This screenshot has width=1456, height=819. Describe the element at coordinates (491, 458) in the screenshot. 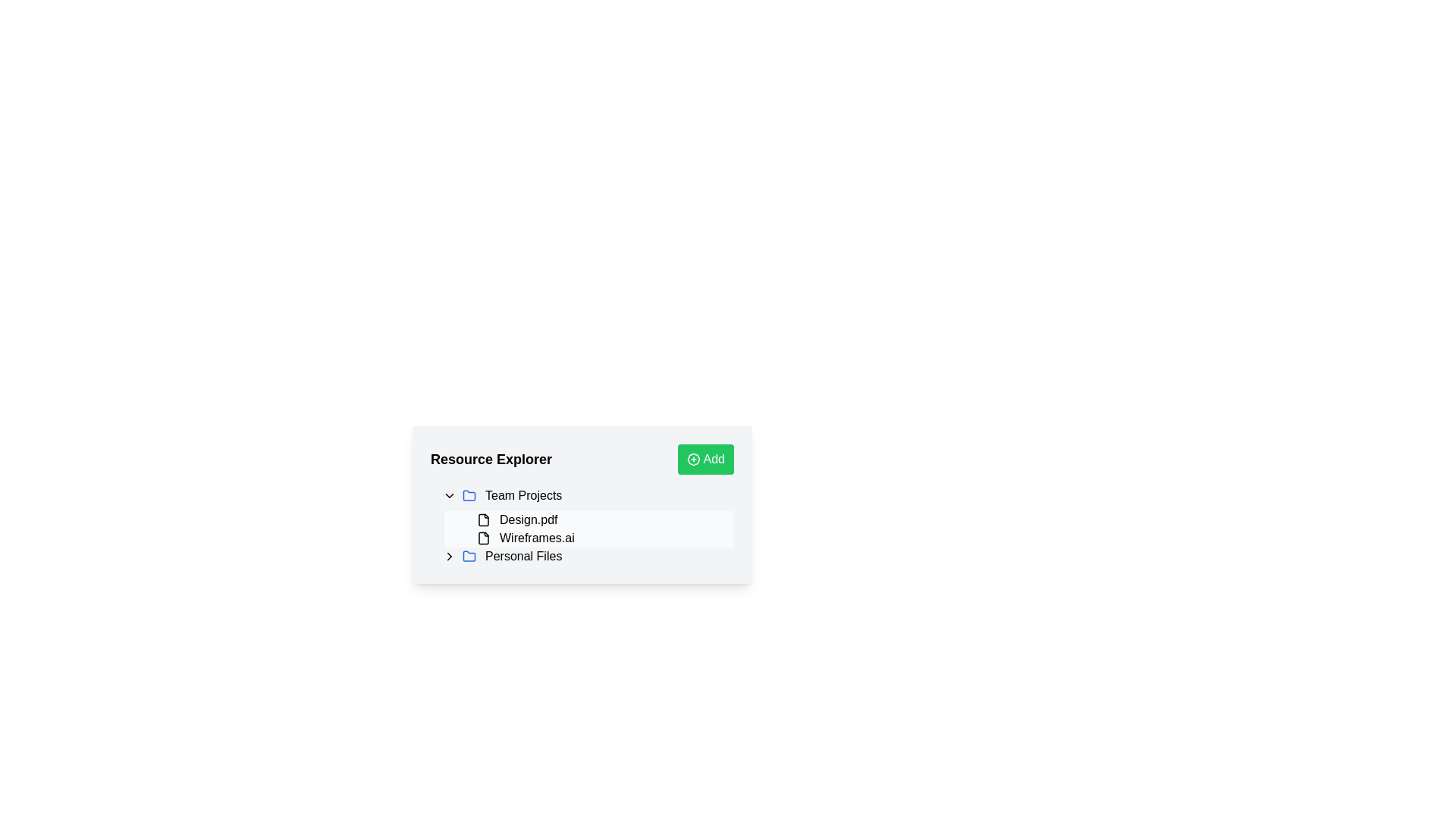

I see `the Text Label that serves as a header or title for the section, positioned on the left-hand side above a list structure` at that location.